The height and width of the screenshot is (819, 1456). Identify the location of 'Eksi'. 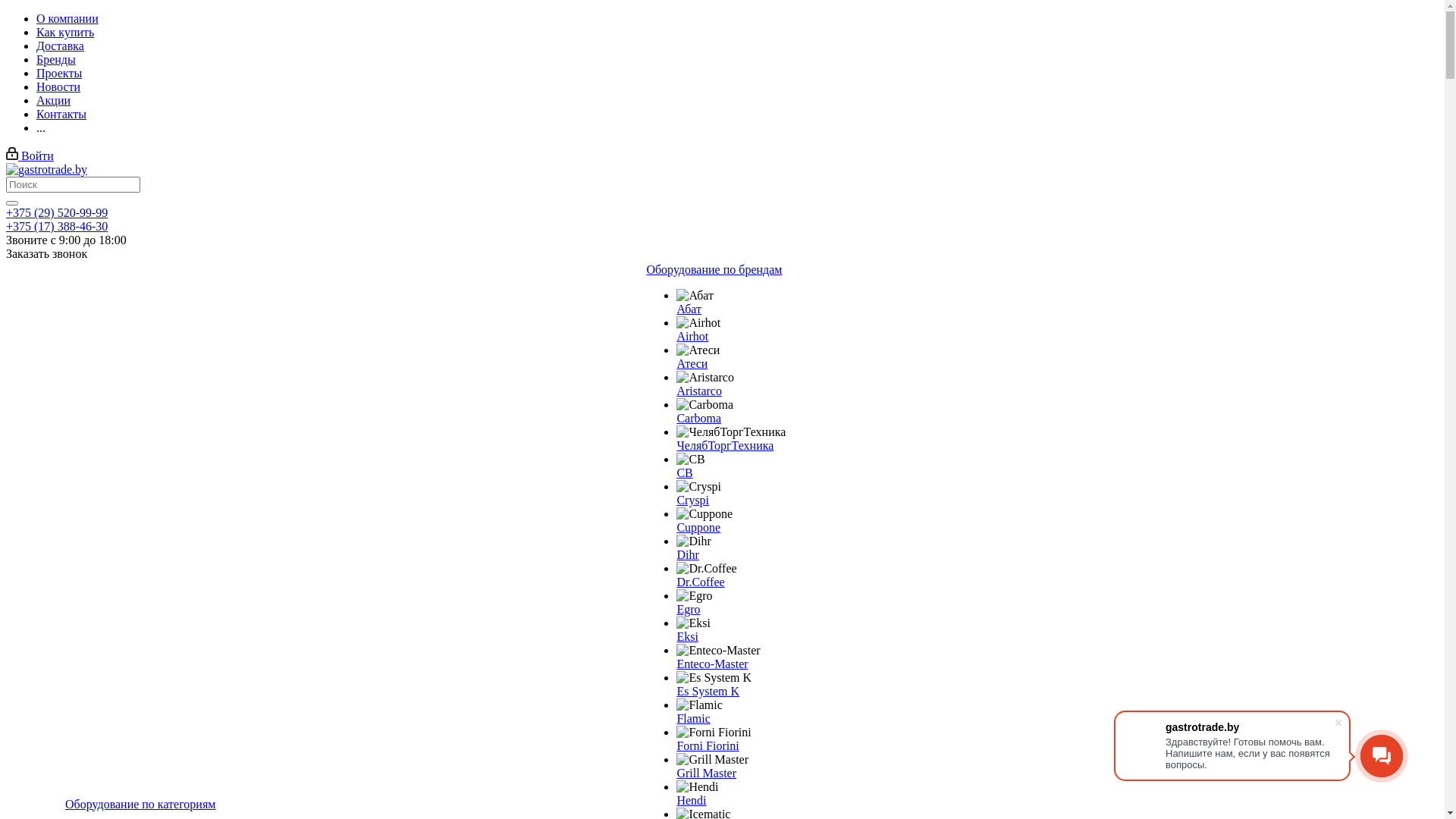
(686, 636).